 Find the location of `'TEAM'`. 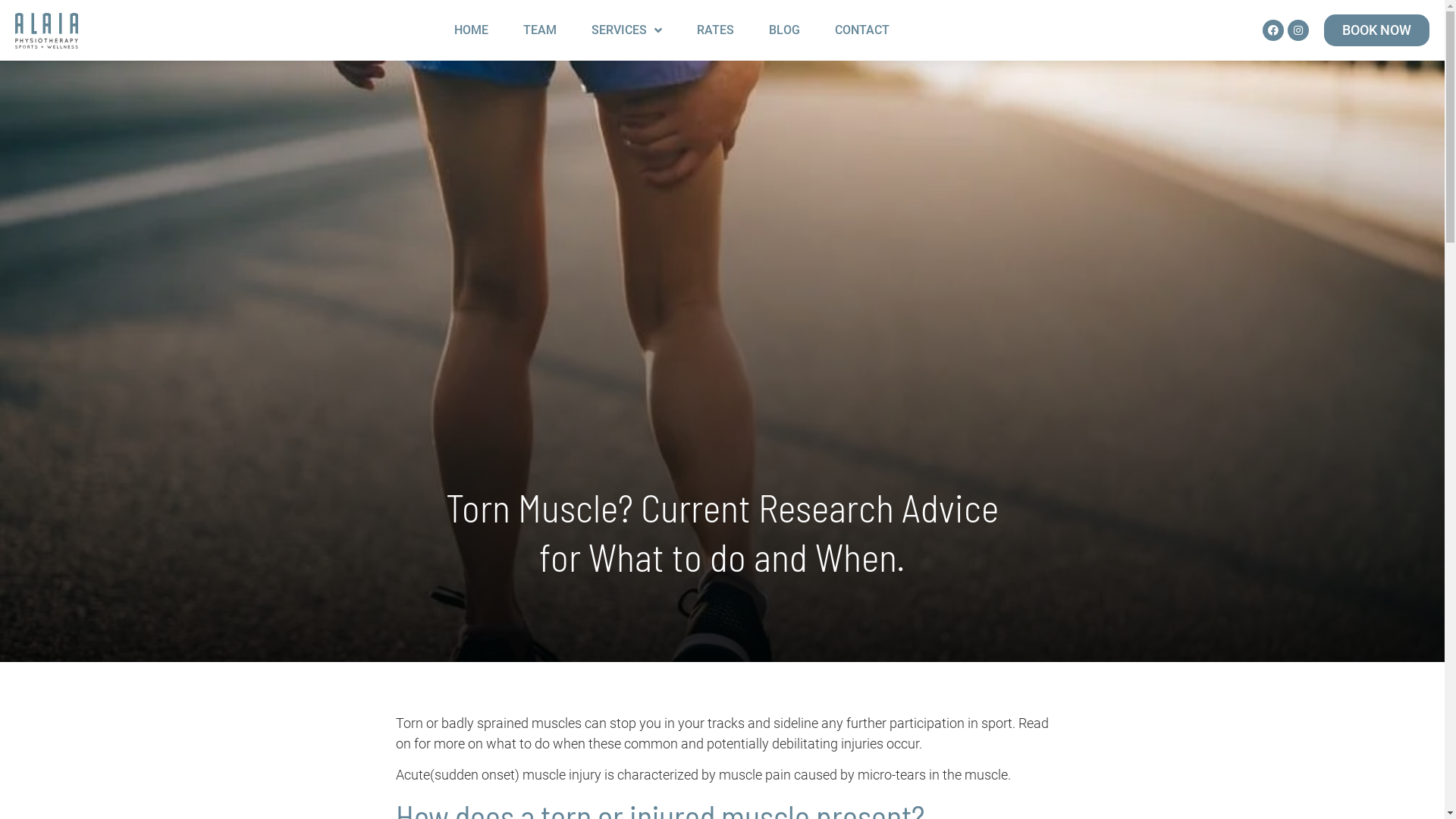

'TEAM' is located at coordinates (508, 30).